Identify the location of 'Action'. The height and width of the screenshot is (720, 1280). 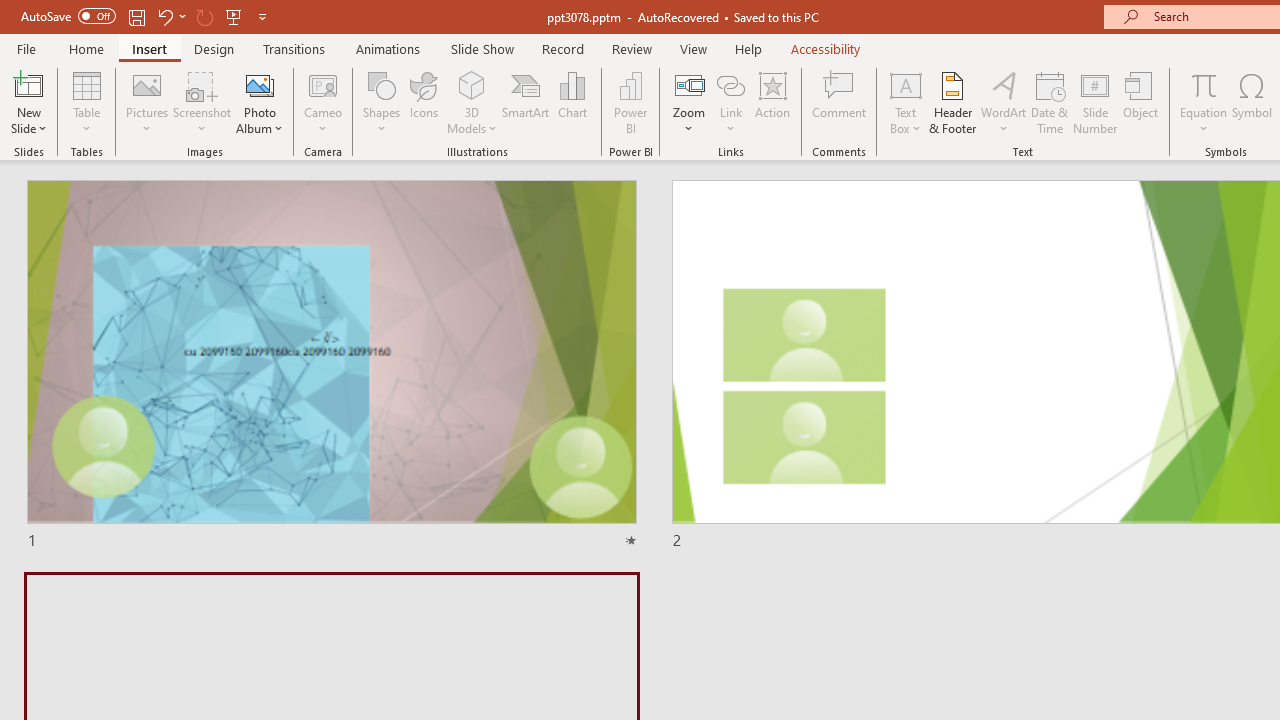
(772, 103).